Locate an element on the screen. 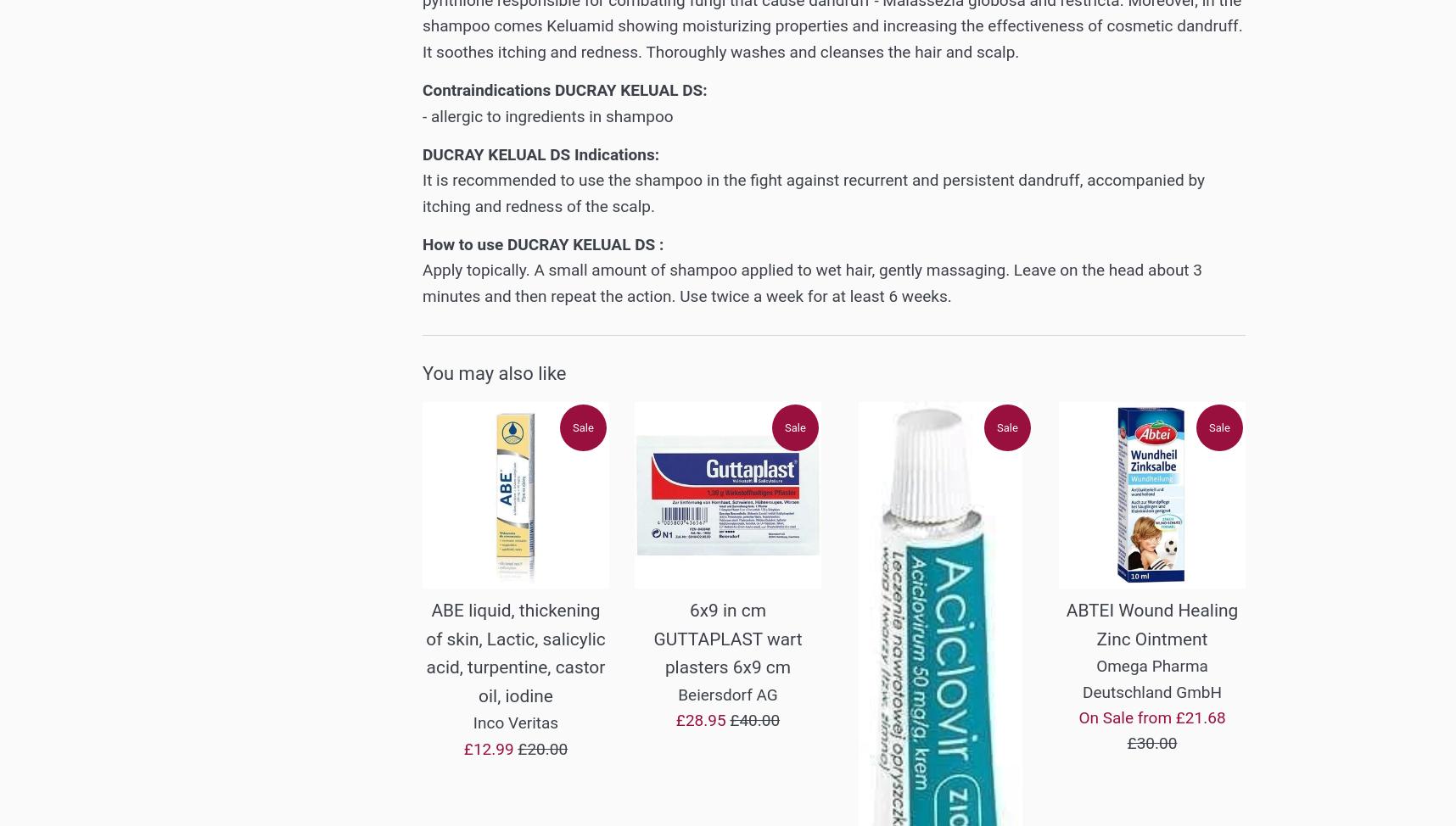 This screenshot has height=826, width=1456. '- allergic to ingredients in shampoo' is located at coordinates (421, 114).